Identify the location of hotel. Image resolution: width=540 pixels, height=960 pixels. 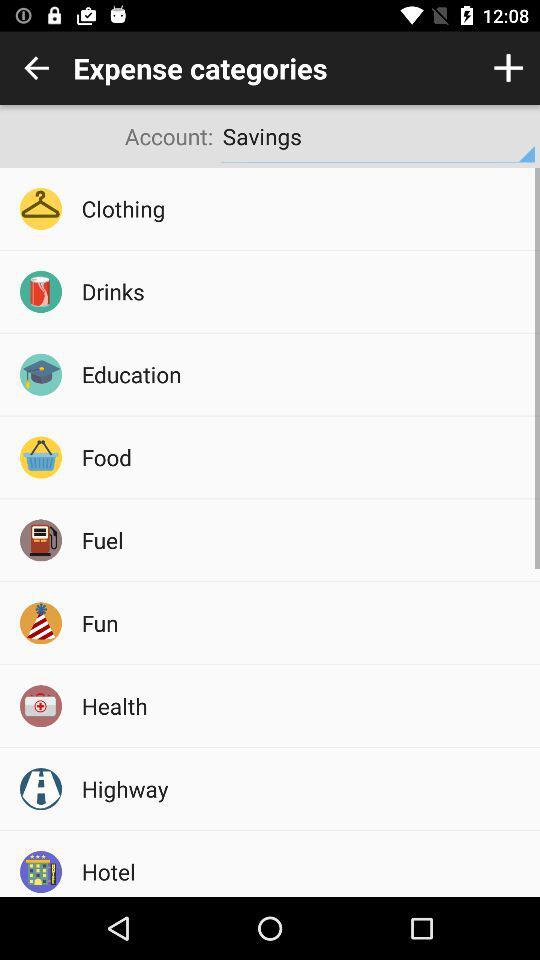
(303, 870).